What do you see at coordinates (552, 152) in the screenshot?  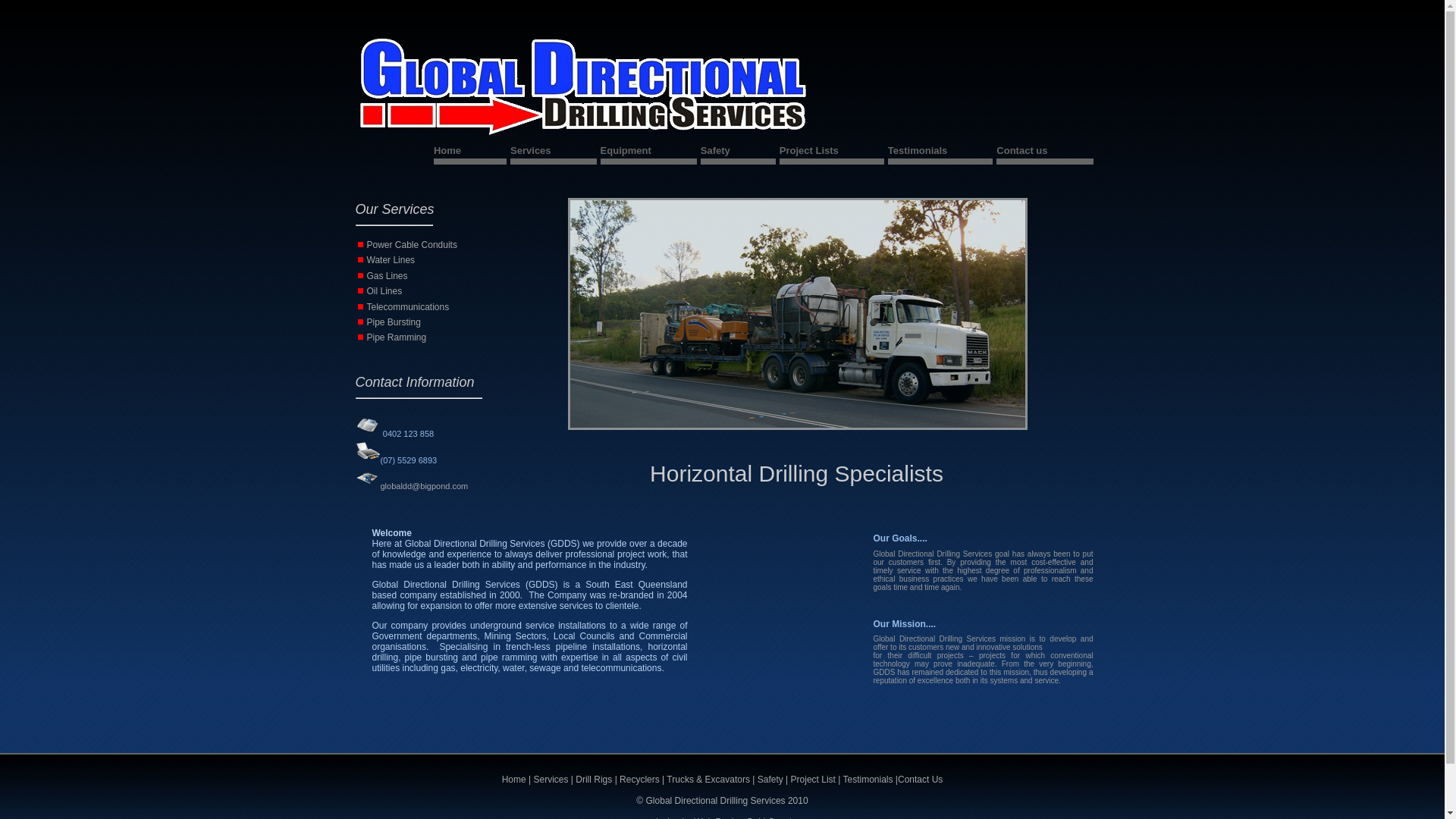 I see `'Services'` at bounding box center [552, 152].